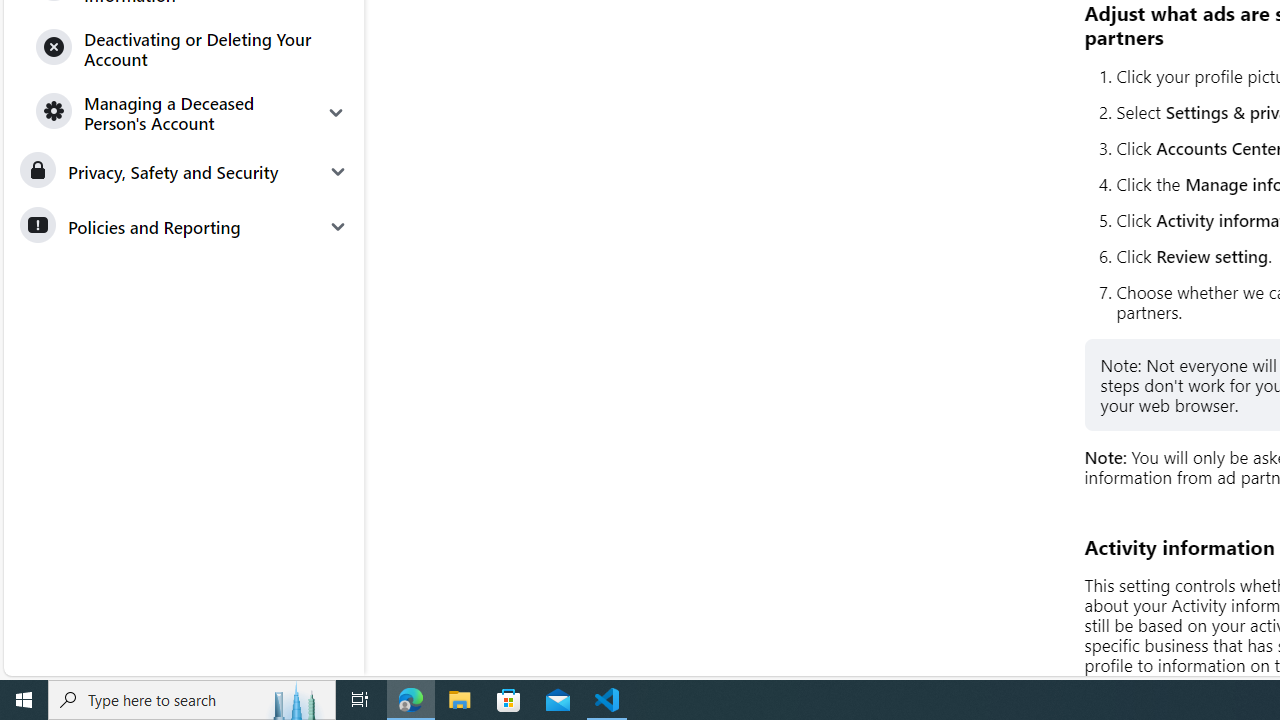 The height and width of the screenshot is (720, 1280). Describe the element at coordinates (192, 112) in the screenshot. I see `'Managing a Deceased Person'` at that location.